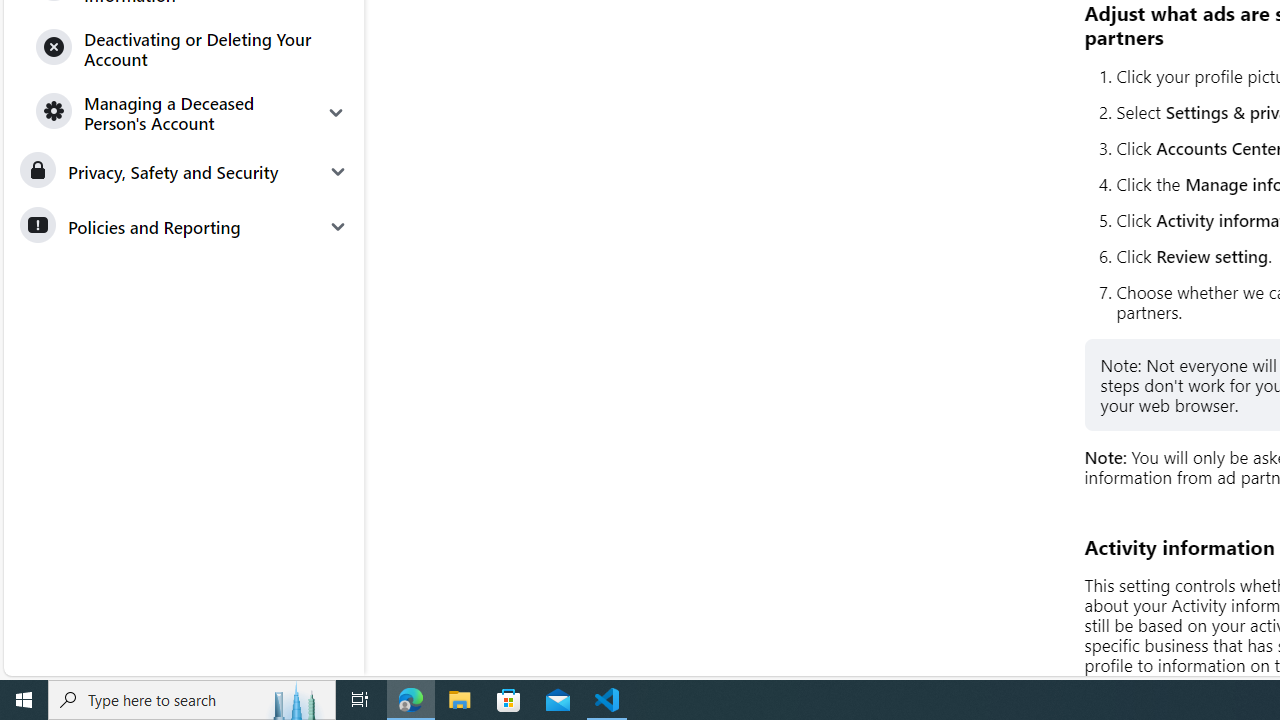 The height and width of the screenshot is (720, 1280). Describe the element at coordinates (192, 112) in the screenshot. I see `'Managing a Deceased Person'` at that location.